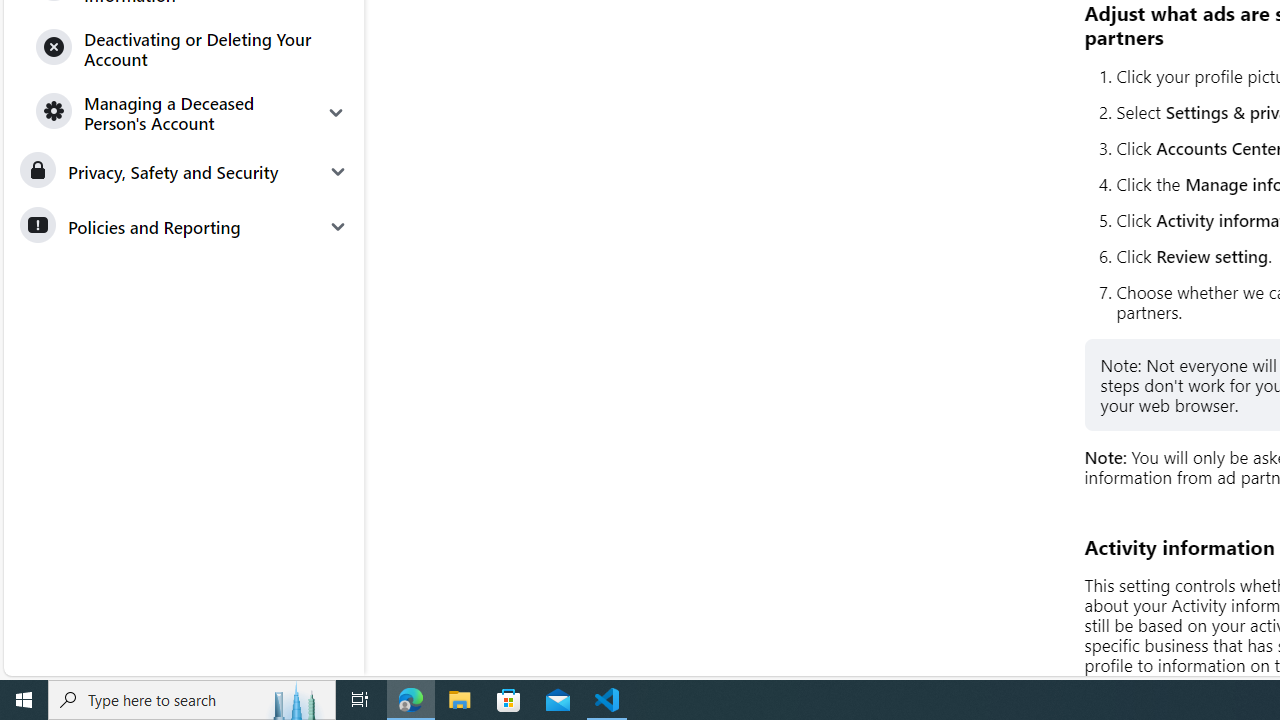 The height and width of the screenshot is (720, 1280). Describe the element at coordinates (192, 112) in the screenshot. I see `'Managing a Deceased Person'` at that location.